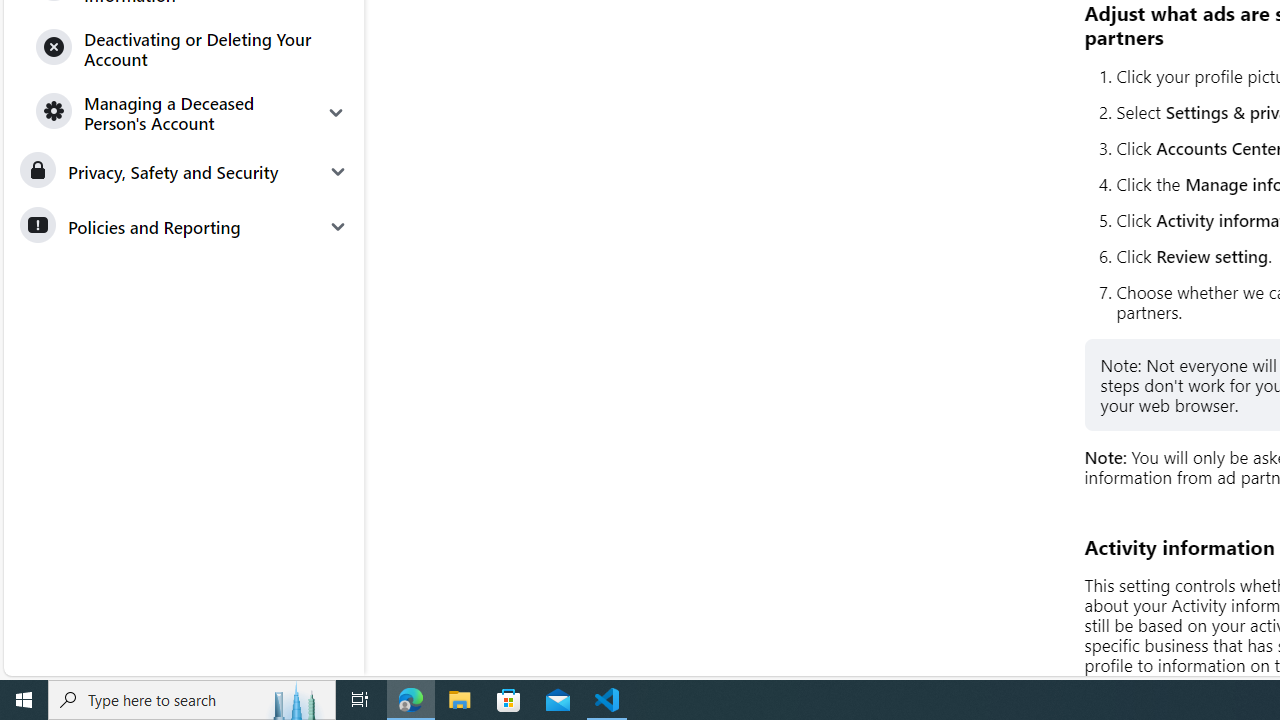 The height and width of the screenshot is (720, 1280). Describe the element at coordinates (192, 112) in the screenshot. I see `'Managing a Deceased Person'` at that location.